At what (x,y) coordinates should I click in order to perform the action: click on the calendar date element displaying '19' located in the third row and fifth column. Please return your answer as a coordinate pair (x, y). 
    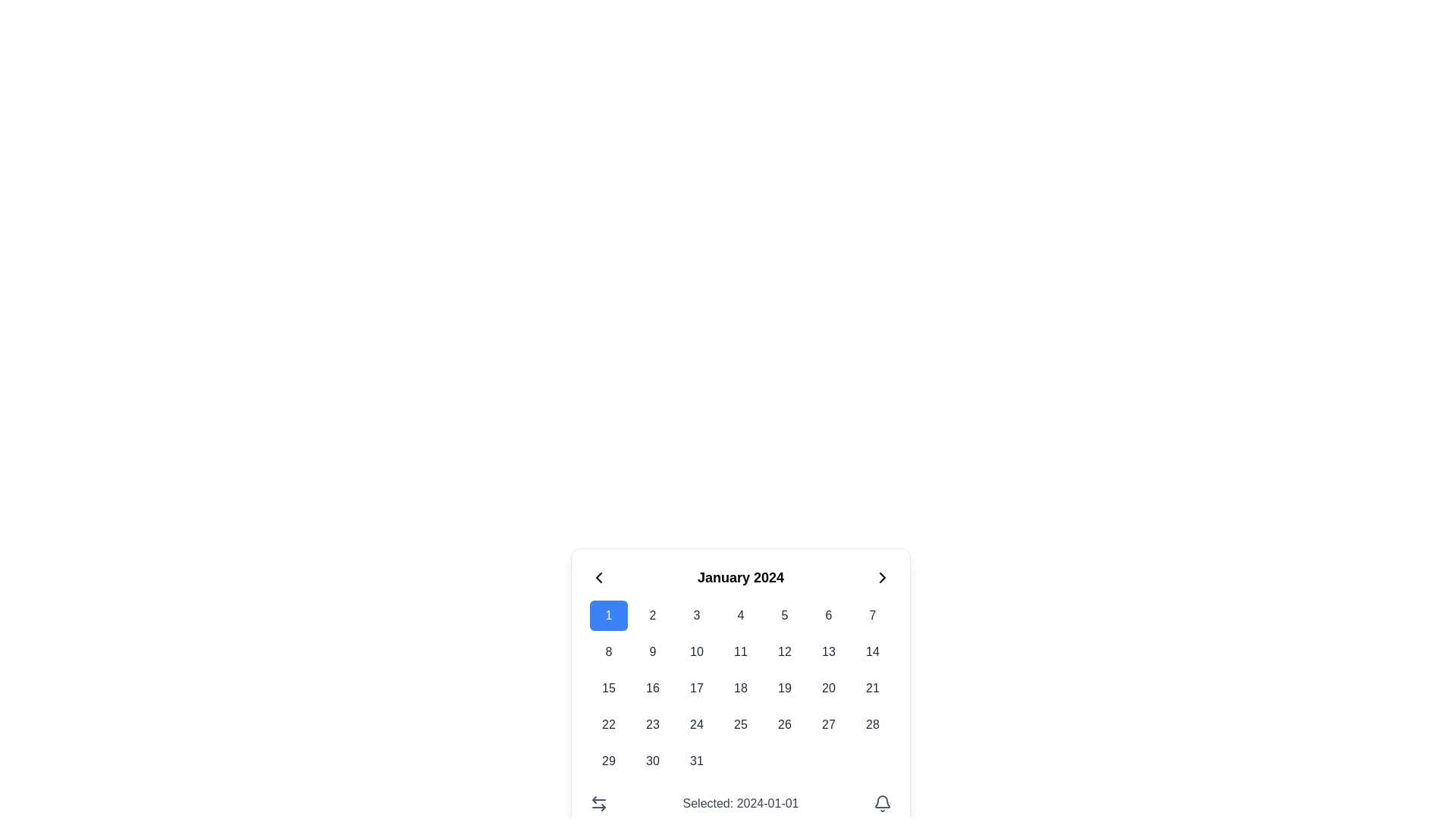
    Looking at the image, I should click on (785, 688).